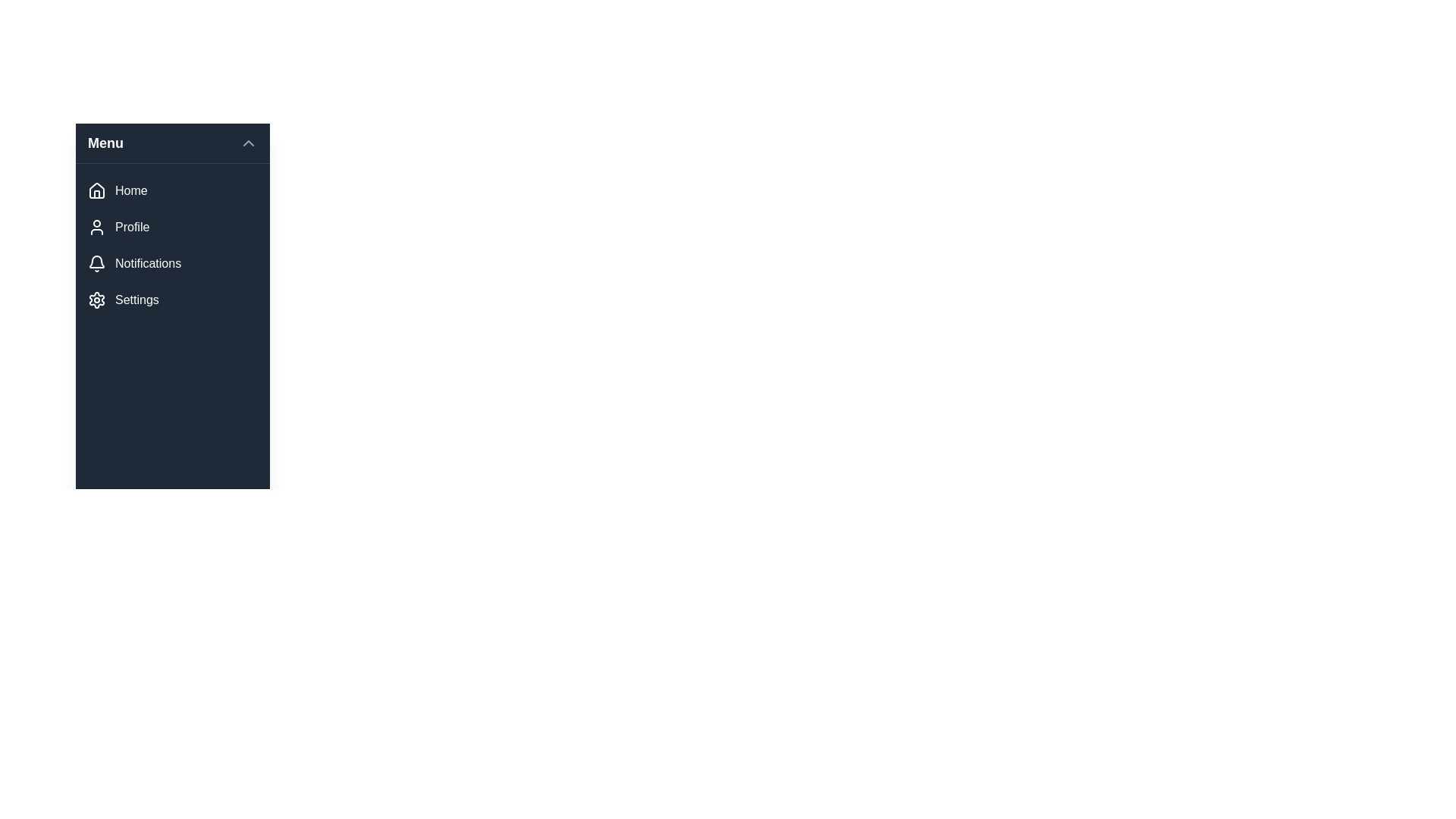 Image resolution: width=1456 pixels, height=819 pixels. I want to click on the 'Profile' text label, which is a white font on a dark background located in the vertical menu, positioned between 'Home' and 'Notifications', so click(132, 227).